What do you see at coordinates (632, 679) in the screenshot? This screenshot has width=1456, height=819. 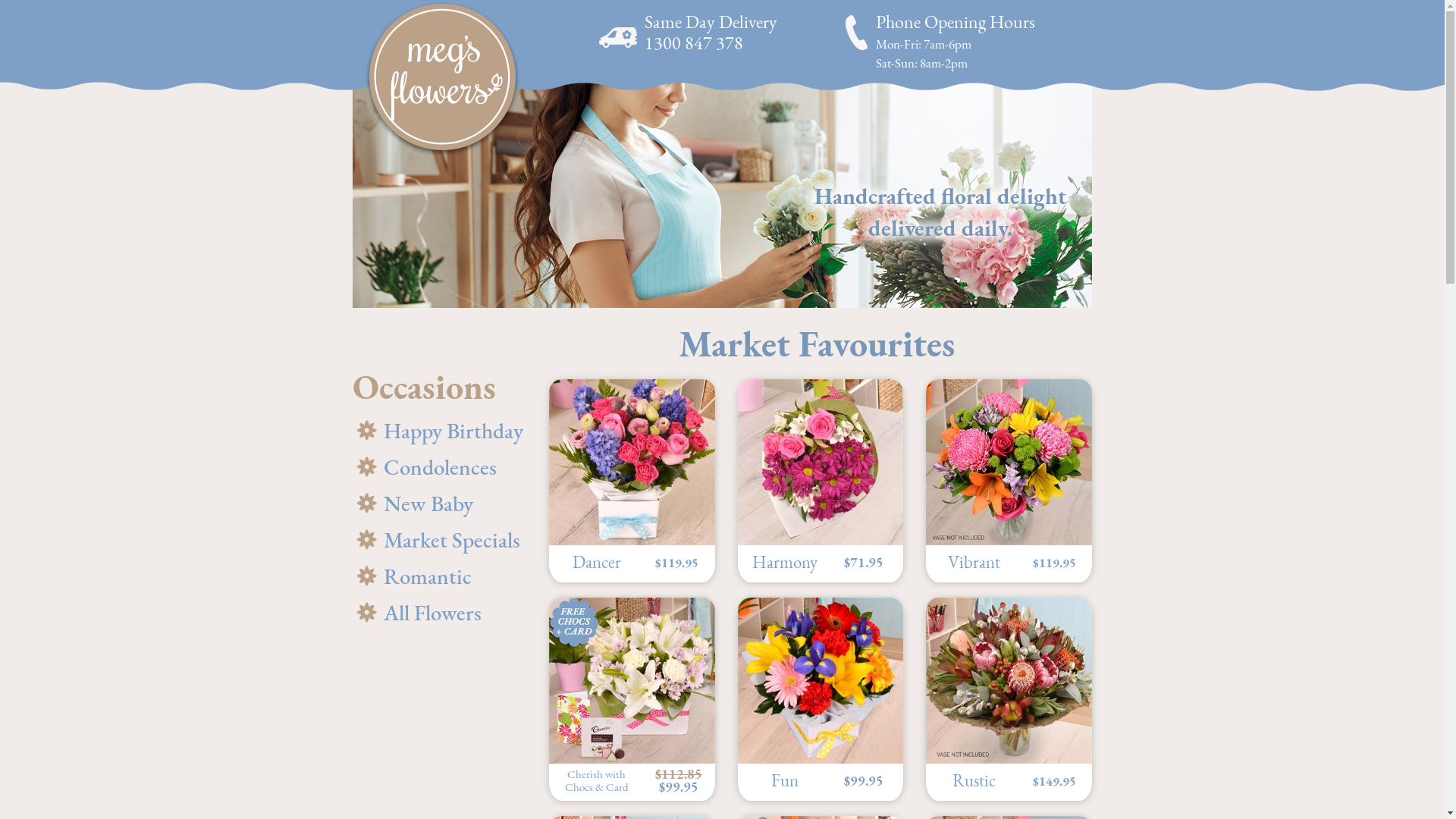 I see `'Cherish with Chocs & Card Flowers'` at bounding box center [632, 679].